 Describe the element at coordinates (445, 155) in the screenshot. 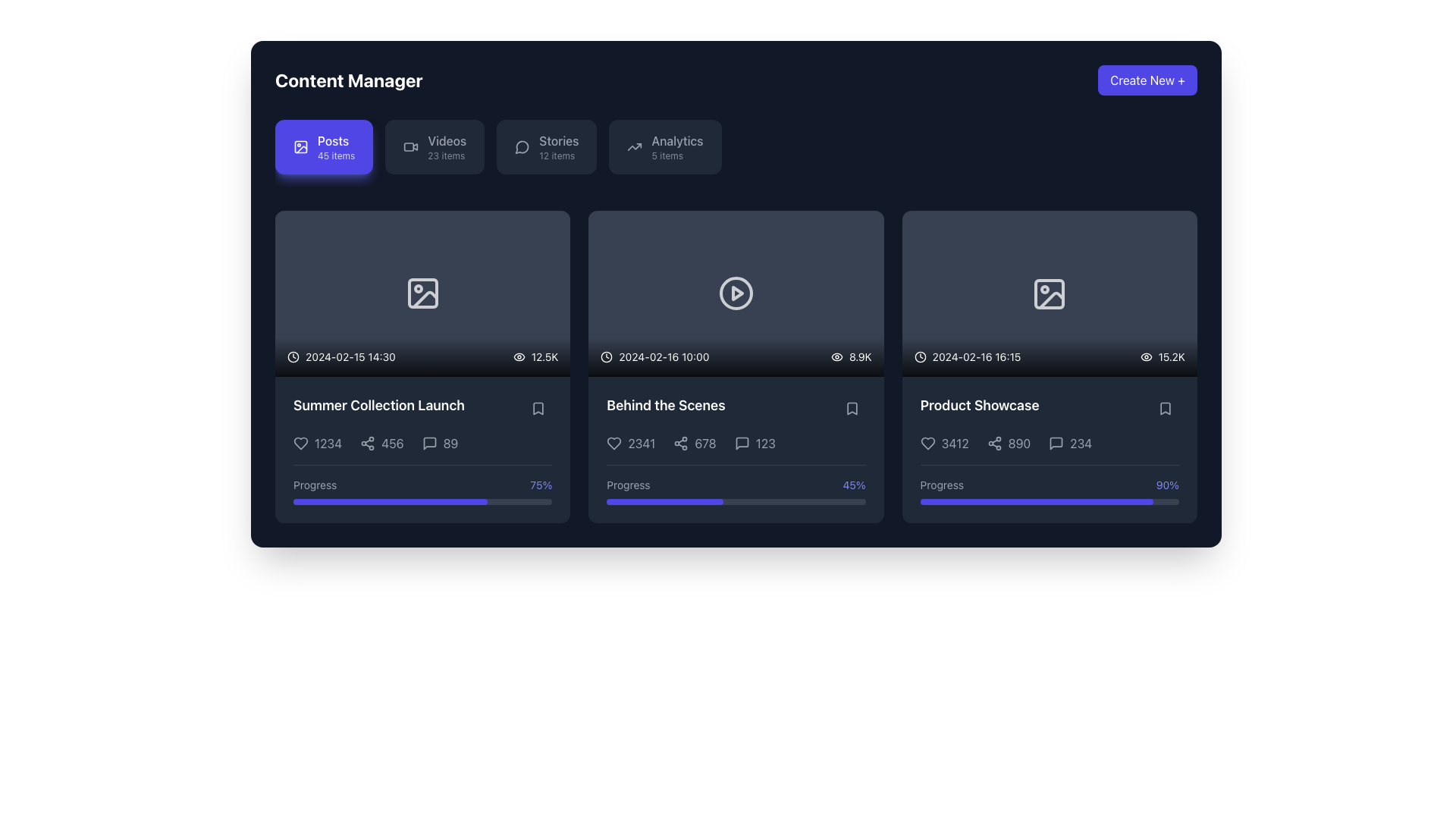

I see `the informational label indicating the quantity of items (23) associated with the 'Videos' category, located below the 'Videos' text` at that location.